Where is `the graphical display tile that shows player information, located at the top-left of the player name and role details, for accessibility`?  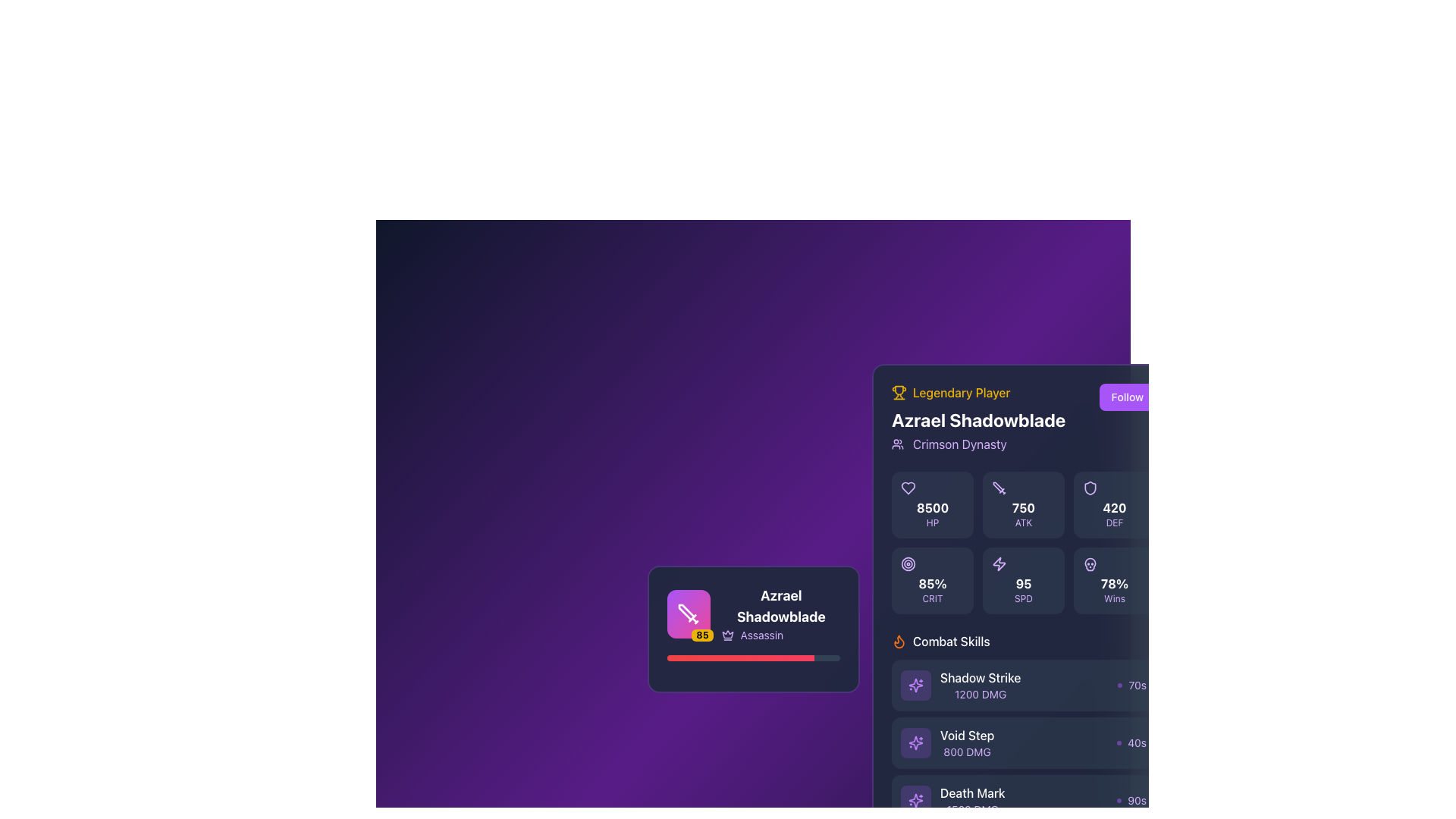
the graphical display tile that shows player information, located at the top-left of the player name and role details, for accessibility is located at coordinates (687, 614).